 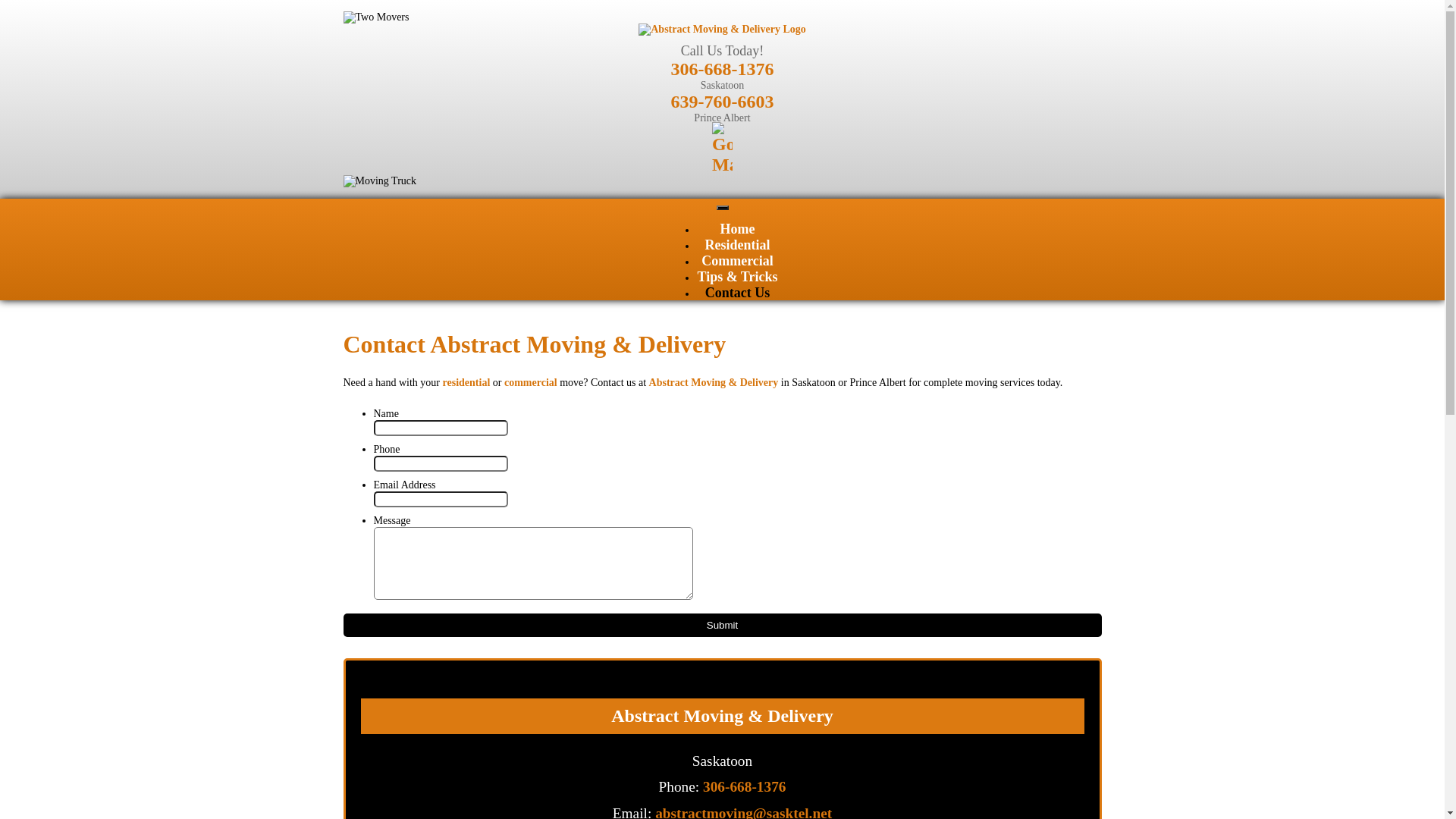 What do you see at coordinates (736, 277) in the screenshot?
I see `'Tips & Tricks'` at bounding box center [736, 277].